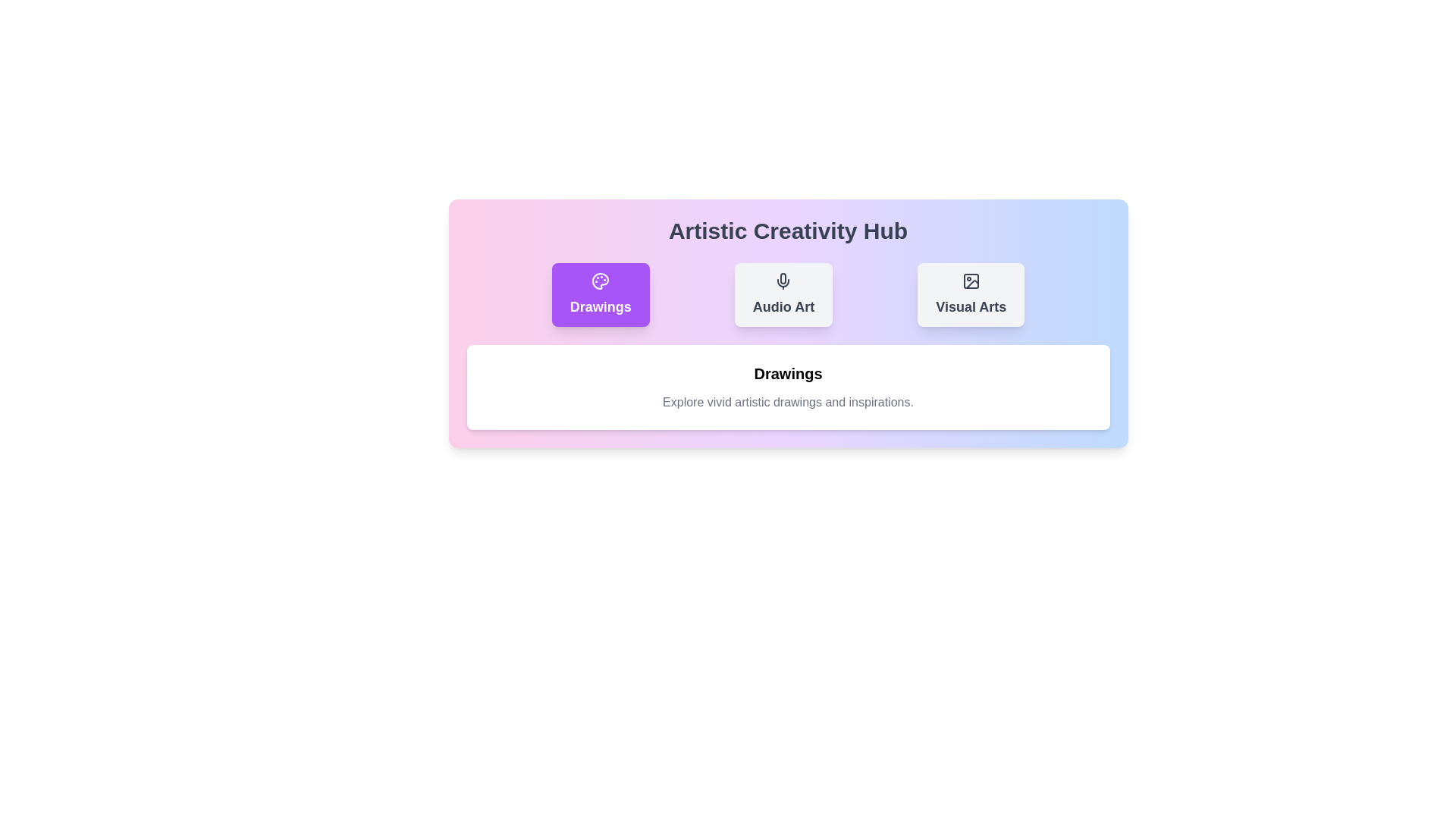 The height and width of the screenshot is (819, 1456). Describe the element at coordinates (971, 295) in the screenshot. I see `the tab labeled Visual Arts` at that location.